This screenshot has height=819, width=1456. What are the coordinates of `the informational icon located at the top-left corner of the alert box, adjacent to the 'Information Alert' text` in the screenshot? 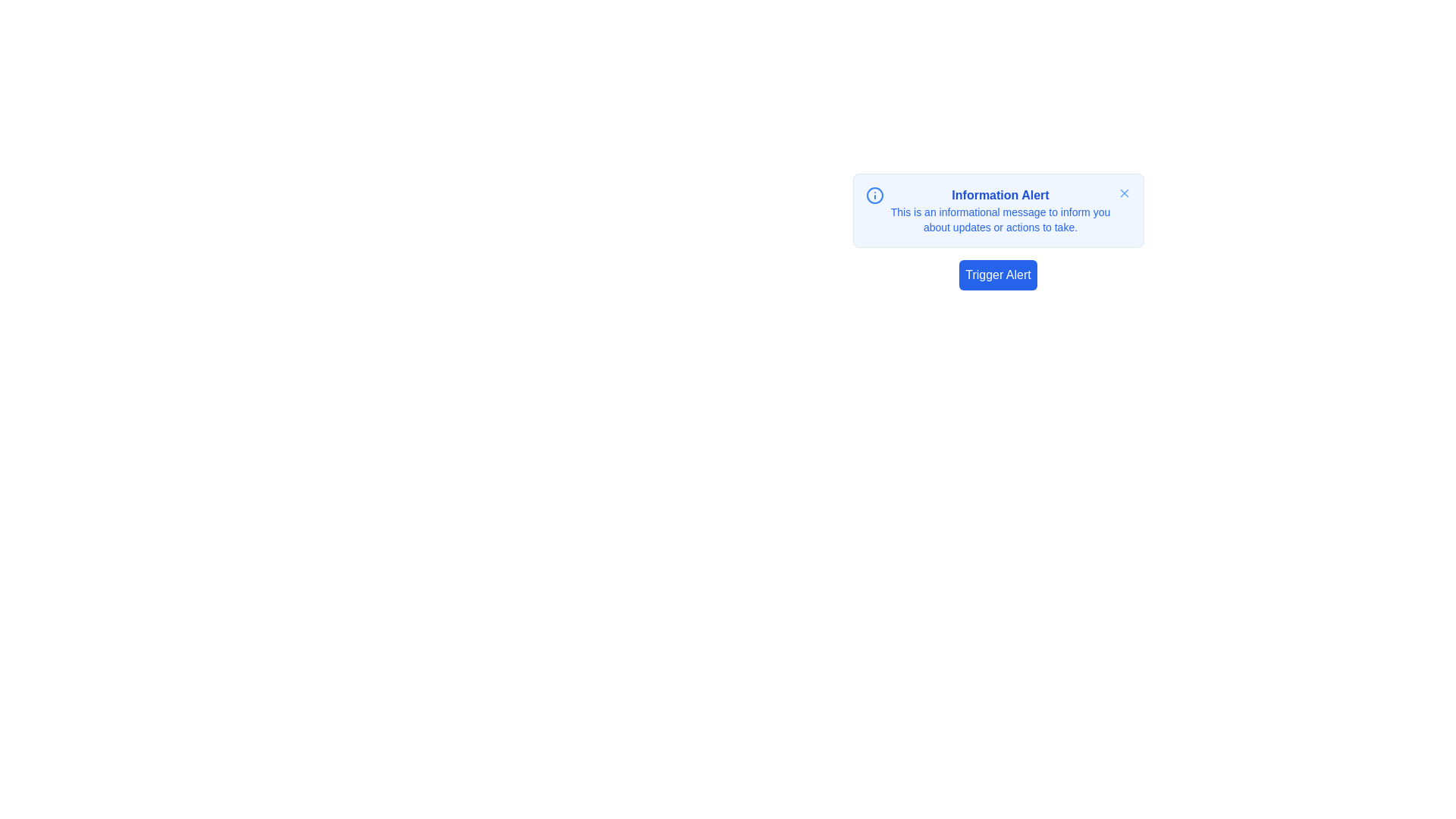 It's located at (874, 195).